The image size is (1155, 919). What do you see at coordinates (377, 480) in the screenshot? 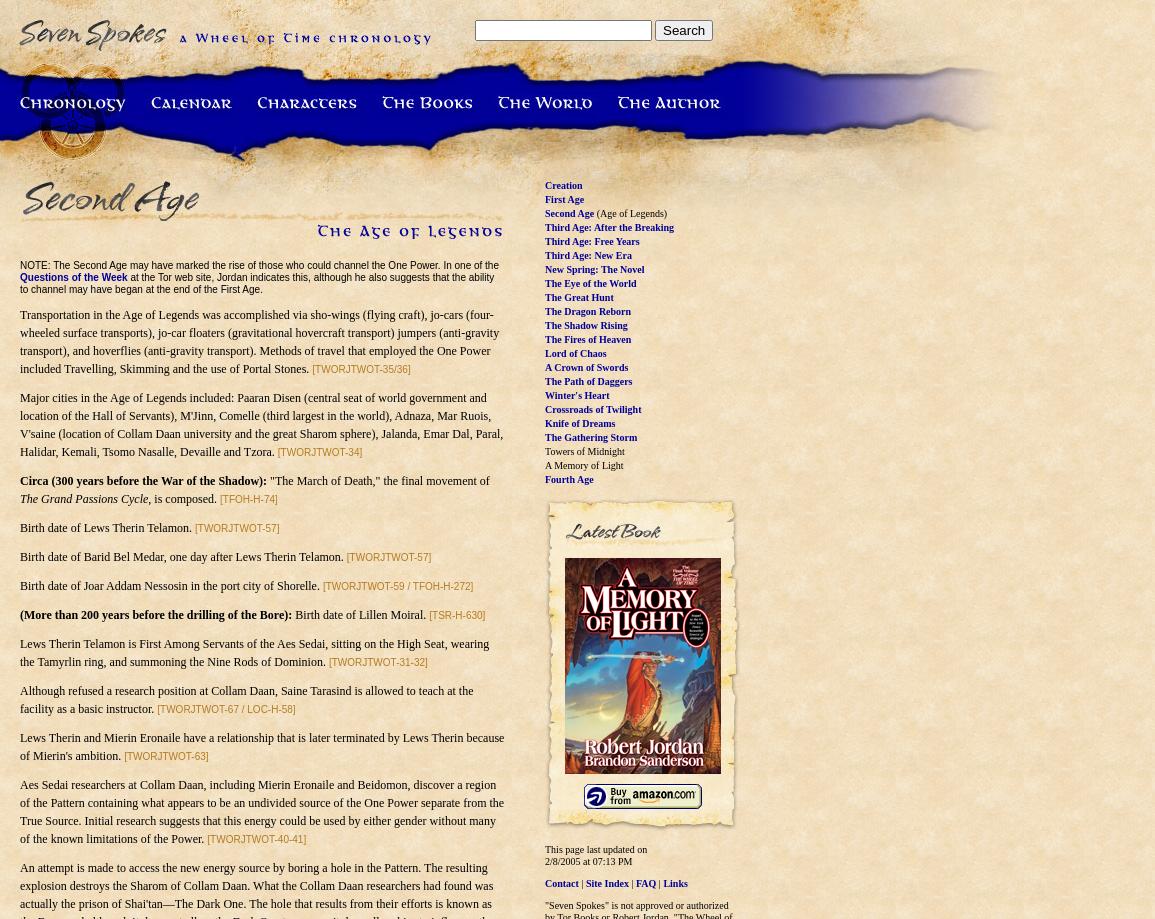
I see `'"The March of Death," the final movement of'` at bounding box center [377, 480].